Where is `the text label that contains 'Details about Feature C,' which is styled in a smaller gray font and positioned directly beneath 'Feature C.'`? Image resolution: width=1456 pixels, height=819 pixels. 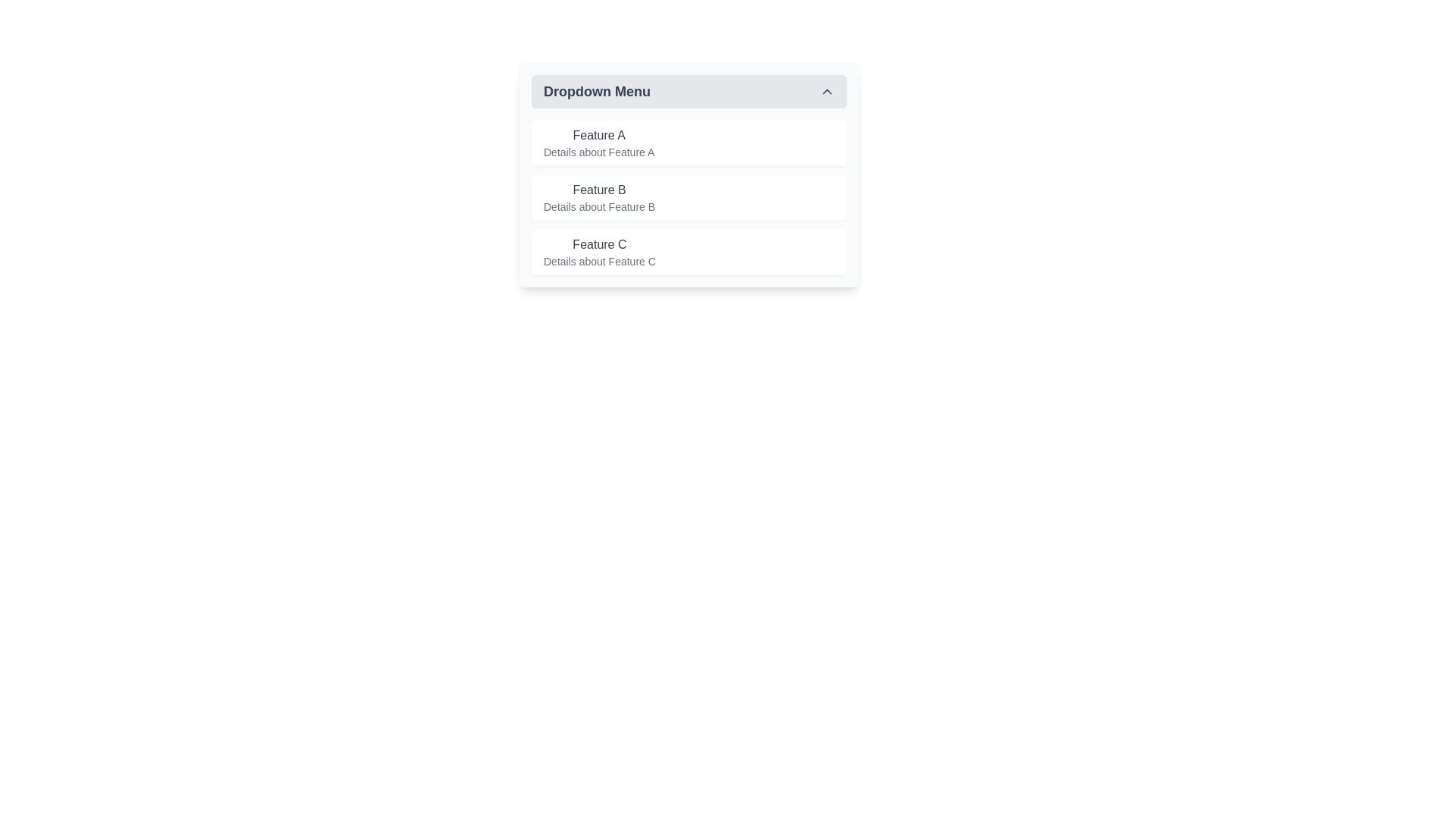
the text label that contains 'Details about Feature C,' which is styled in a smaller gray font and positioned directly beneath 'Feature C.' is located at coordinates (598, 260).